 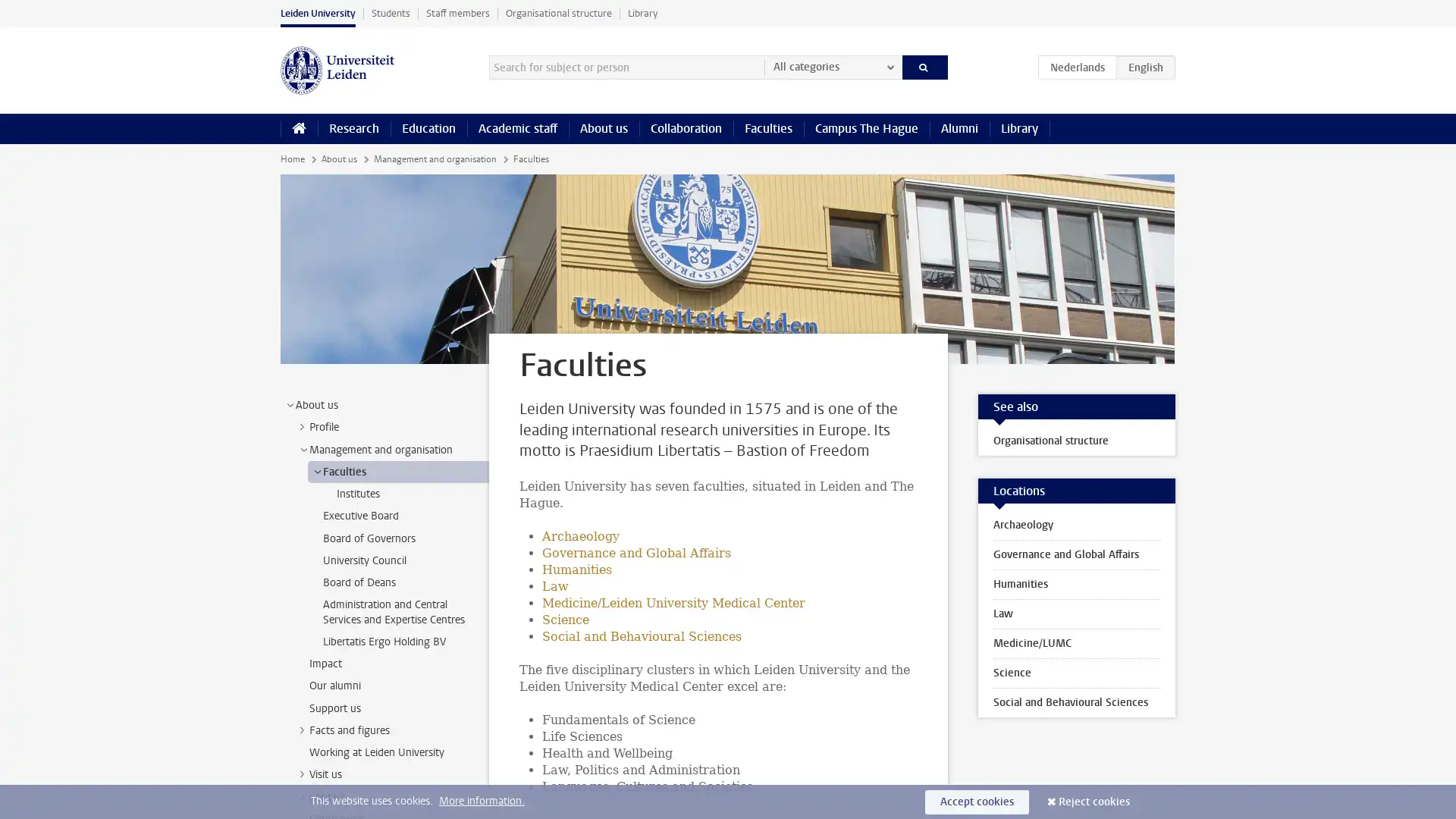 What do you see at coordinates (832, 66) in the screenshot?
I see `All categories` at bounding box center [832, 66].